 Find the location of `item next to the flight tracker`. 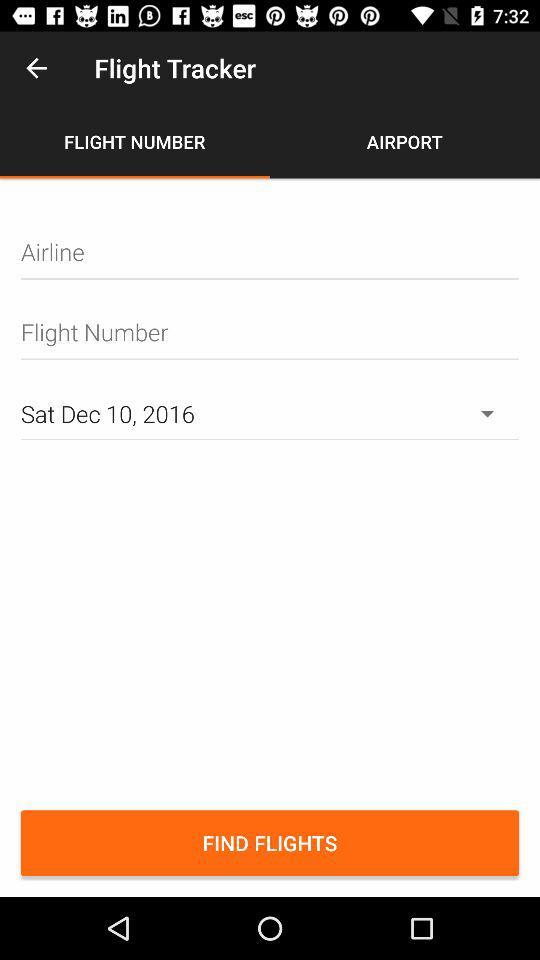

item next to the flight tracker is located at coordinates (36, 68).